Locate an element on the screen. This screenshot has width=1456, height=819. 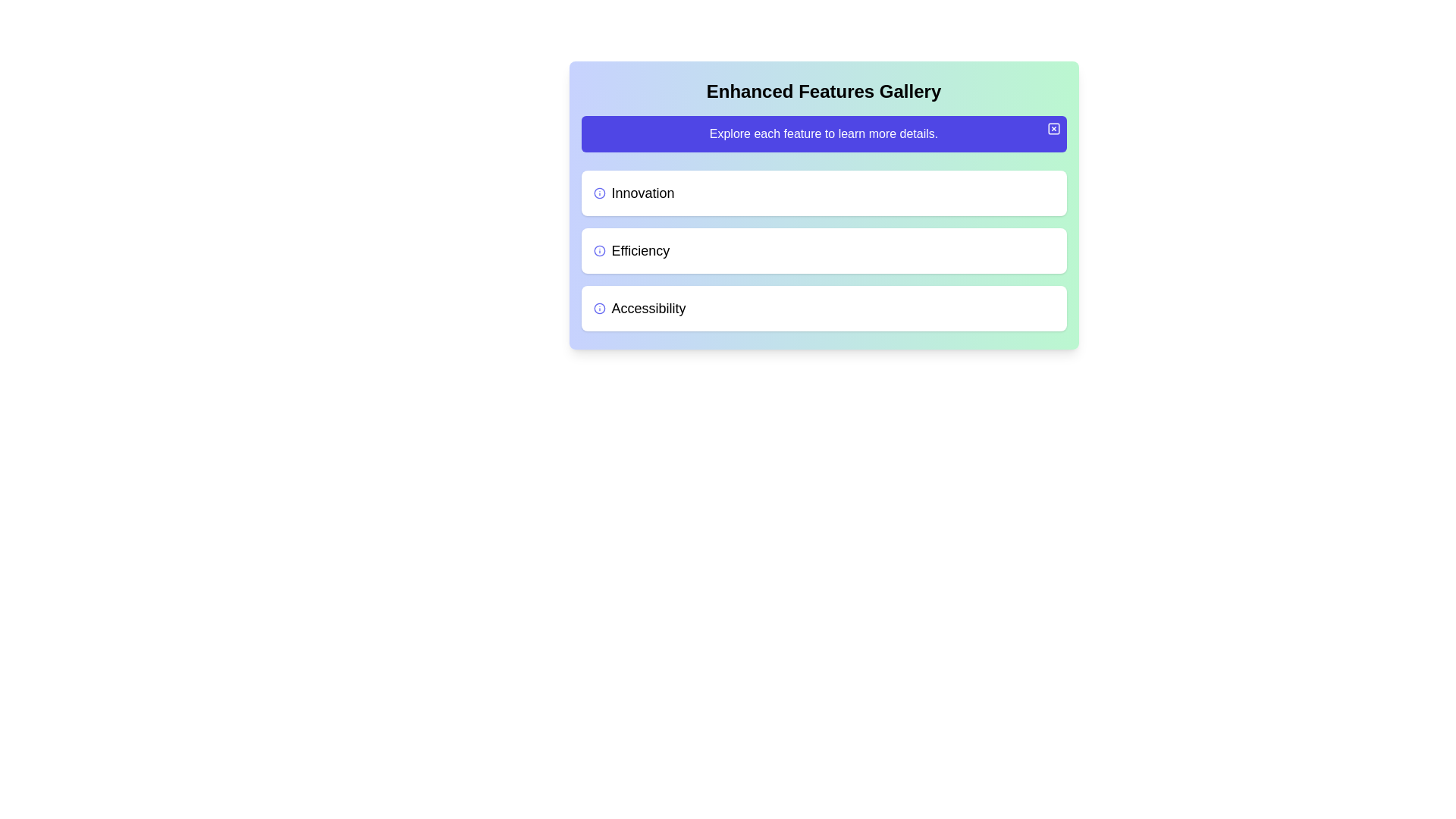
the decorative SVG rectangle located in the top-right corner of the panel, which is part of a composite button icon is located at coordinates (1053, 127).